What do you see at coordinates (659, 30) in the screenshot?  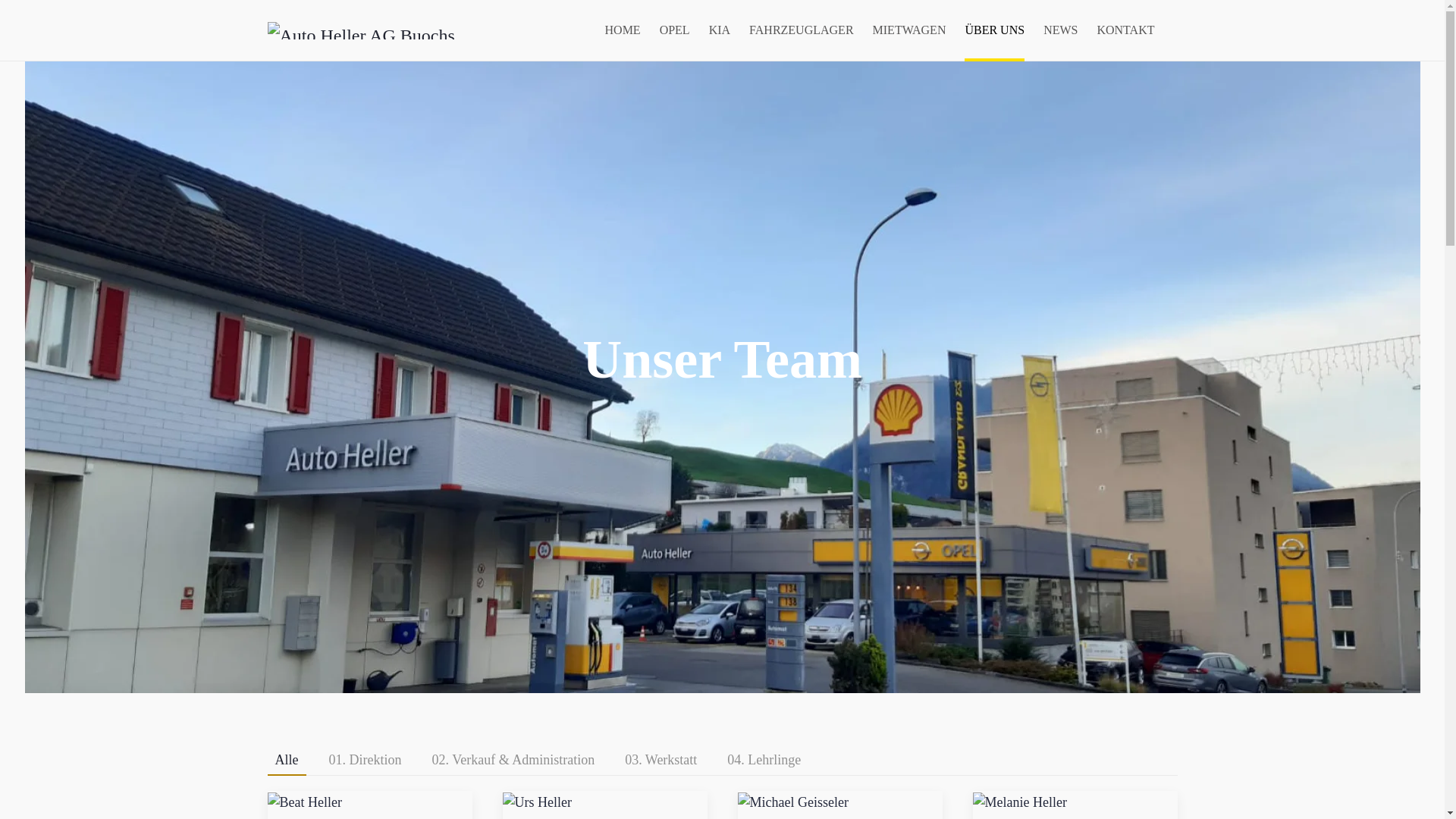 I see `'OPEL'` at bounding box center [659, 30].